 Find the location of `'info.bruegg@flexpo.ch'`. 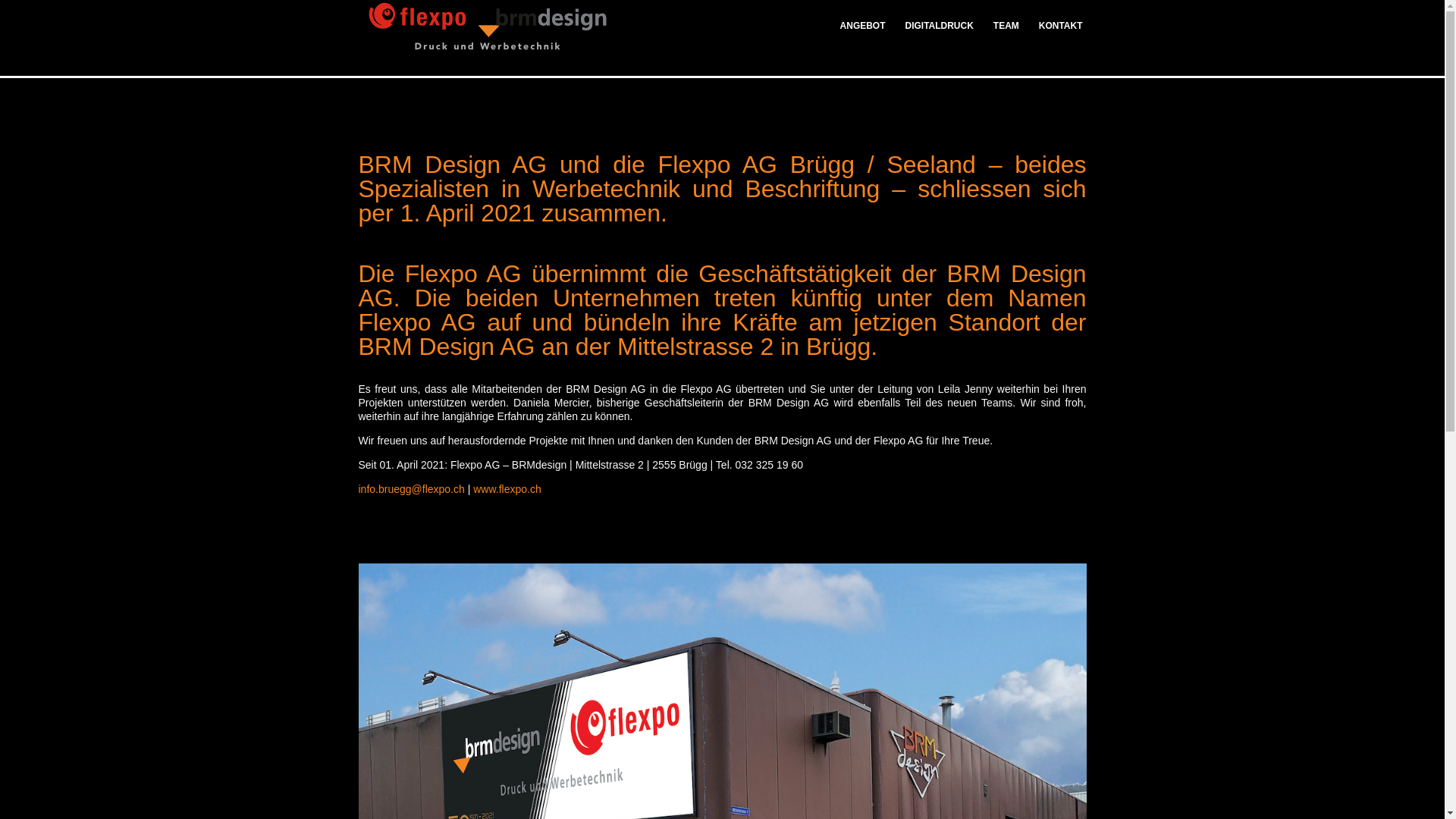

'info.bruegg@flexpo.ch' is located at coordinates (411, 488).